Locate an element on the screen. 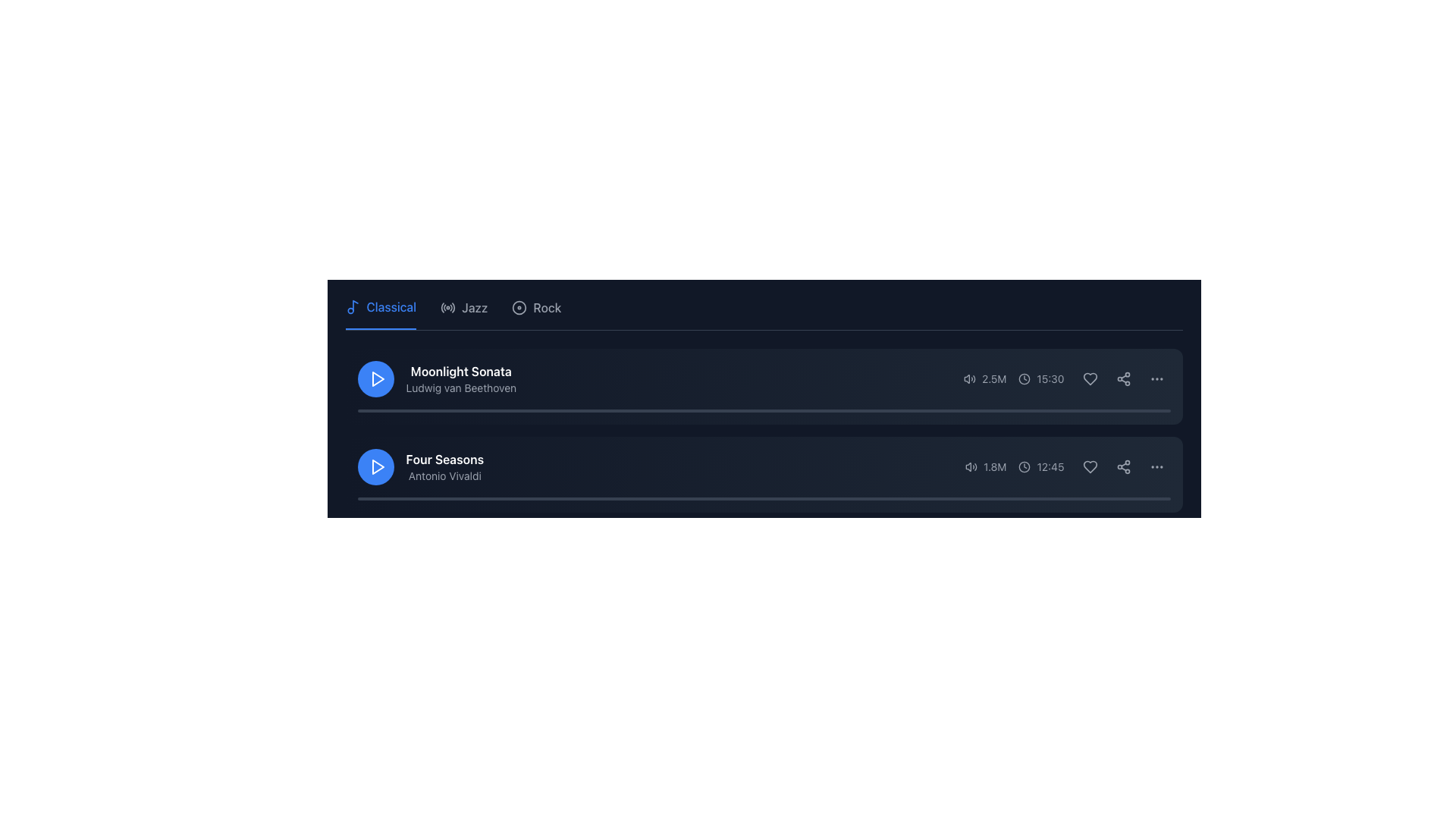 The height and width of the screenshot is (819, 1456). the first 'like' button with a heart-shaped icon for the song 'Four Seasons' by Antonio Vivaldi is located at coordinates (1089, 466).